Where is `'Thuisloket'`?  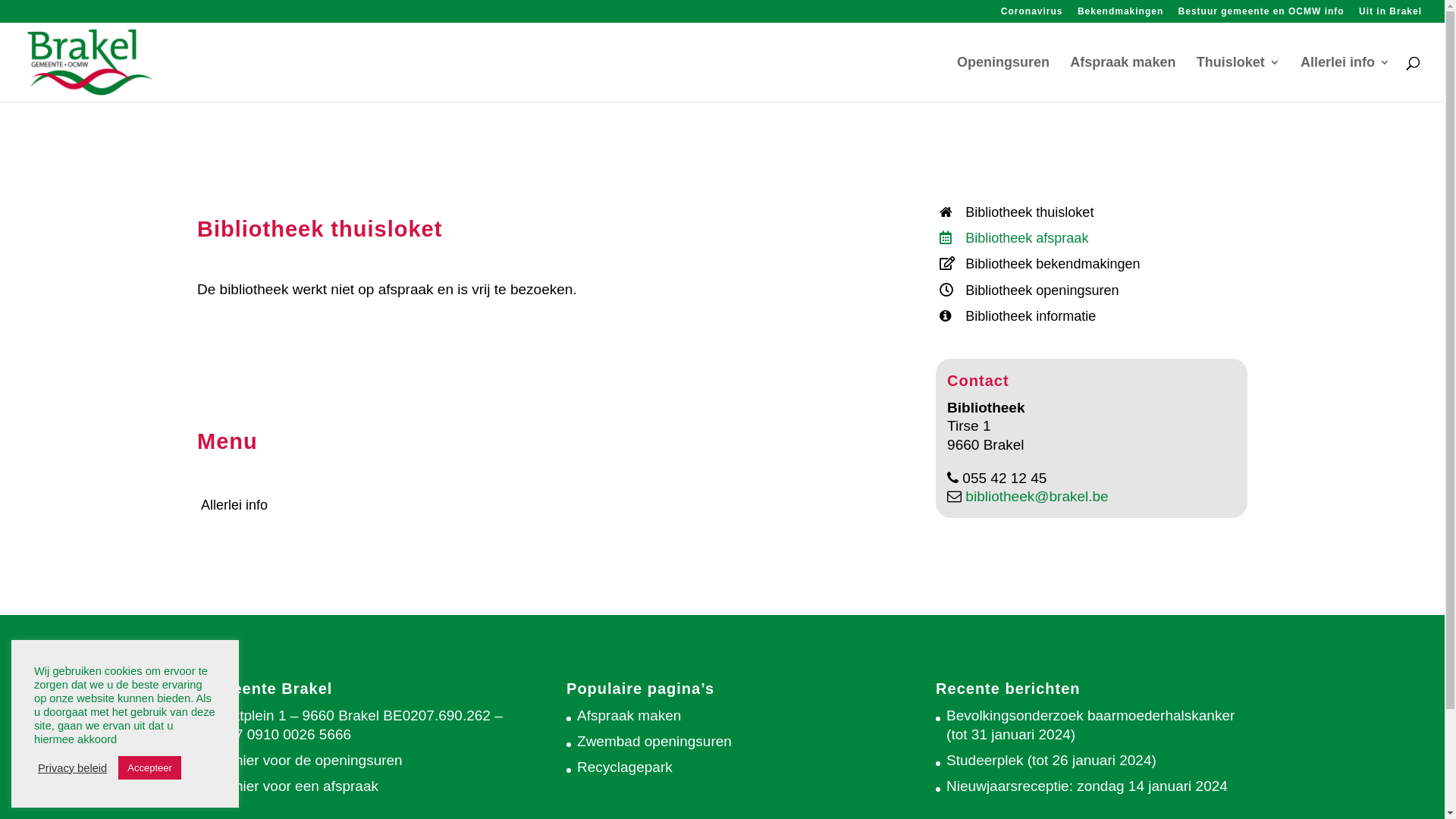 'Thuisloket' is located at coordinates (1238, 79).